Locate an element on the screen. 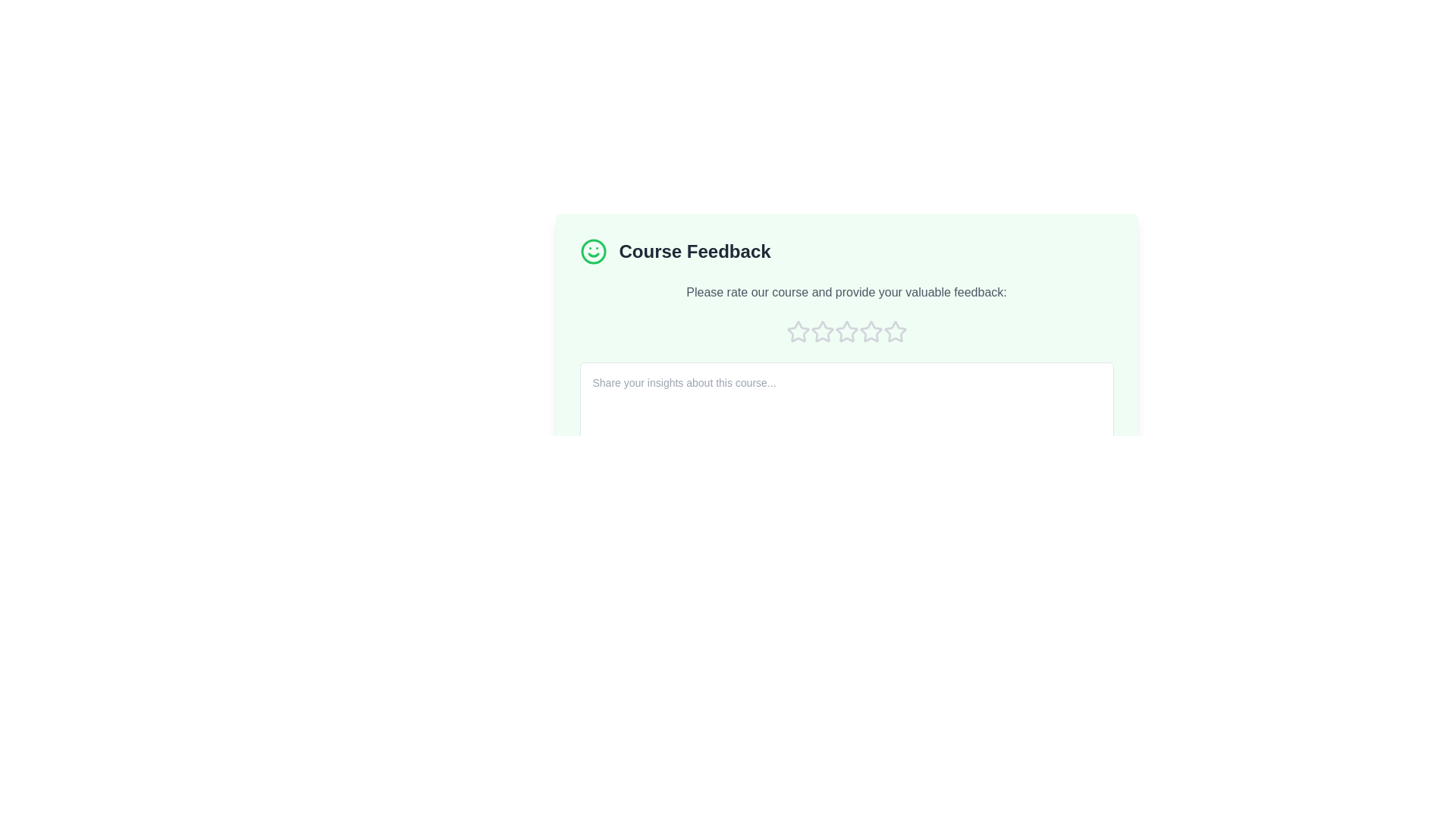  the fourth star icon in the horizontal star rating system is located at coordinates (846, 331).